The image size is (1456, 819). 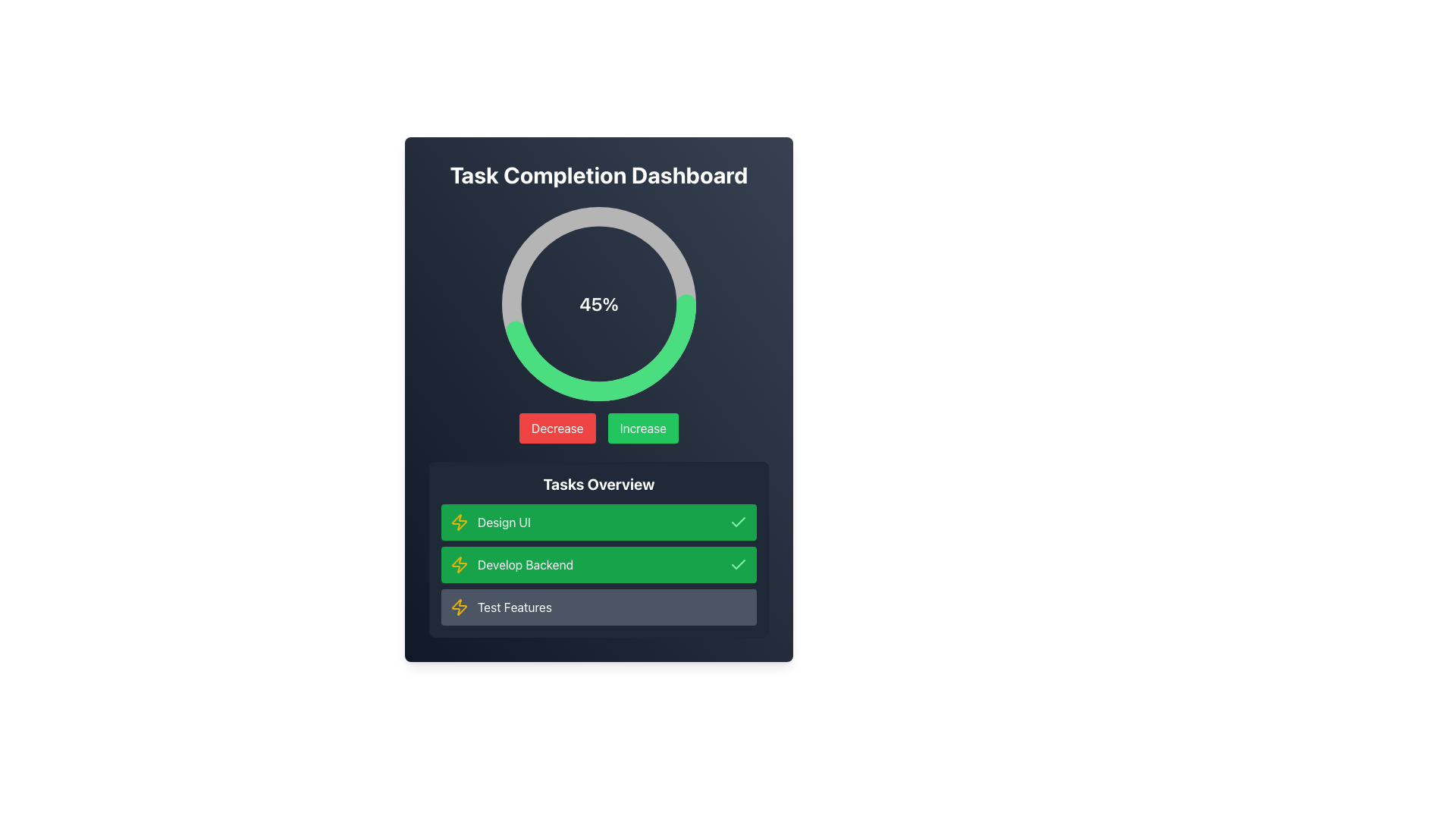 What do you see at coordinates (643, 428) in the screenshot?
I see `the green button labeled 'Increase' located to the right of the 'Decrease' button, below the circular progress indicator, to increase the value` at bounding box center [643, 428].